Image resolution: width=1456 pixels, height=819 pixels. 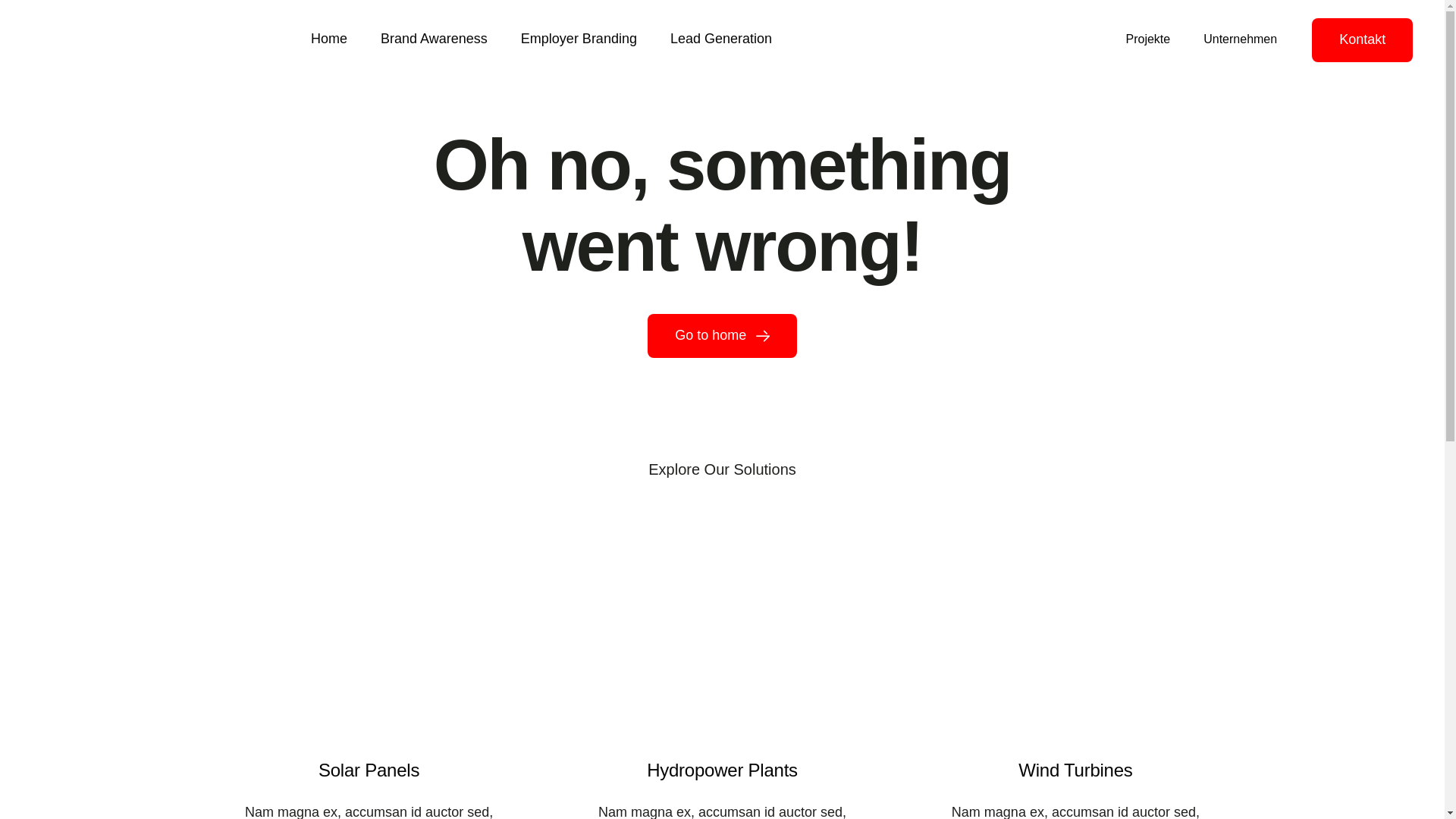 I want to click on 'Projekte', so click(x=1147, y=39).